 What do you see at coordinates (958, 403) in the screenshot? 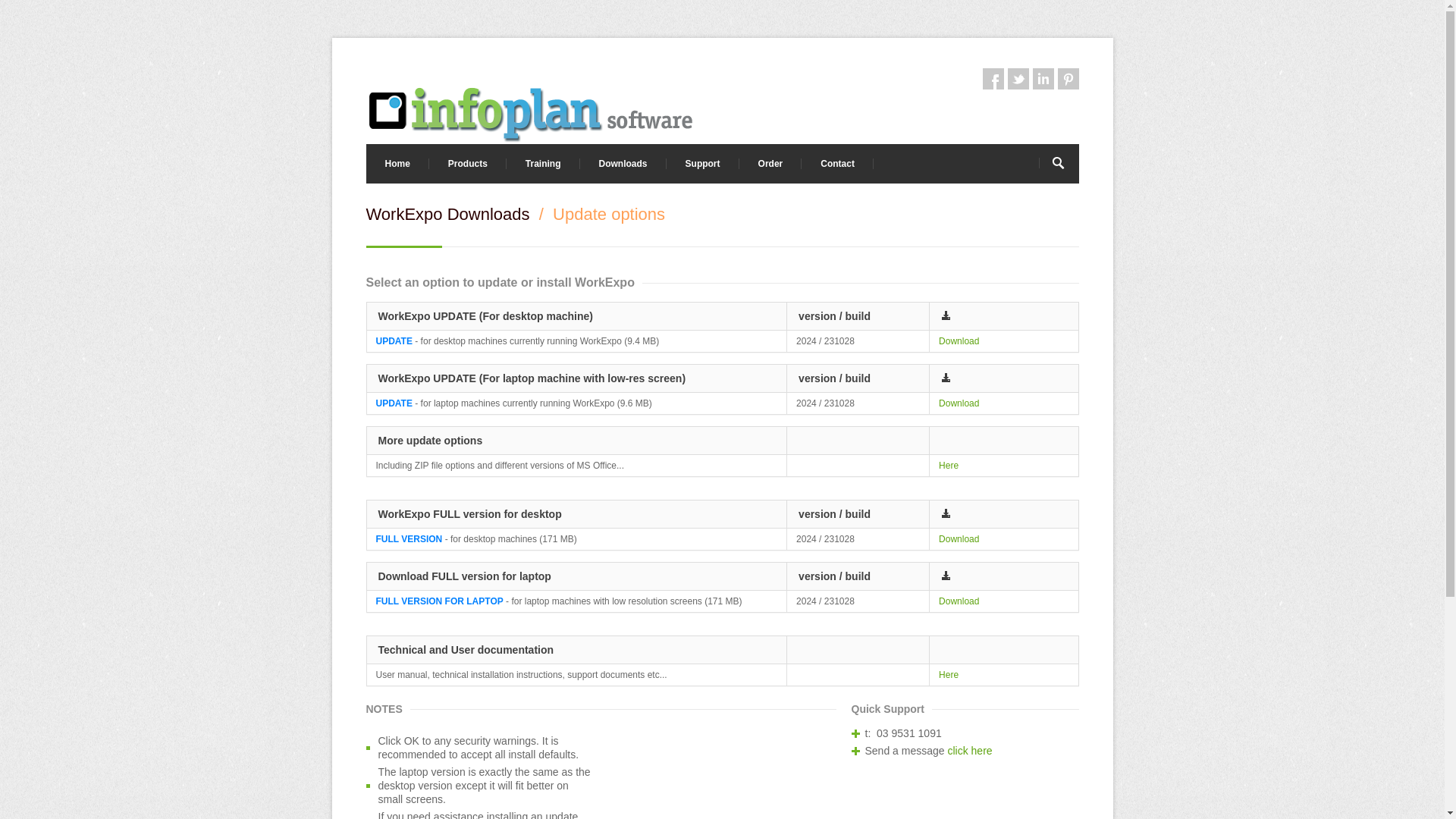
I see `'Download'` at bounding box center [958, 403].